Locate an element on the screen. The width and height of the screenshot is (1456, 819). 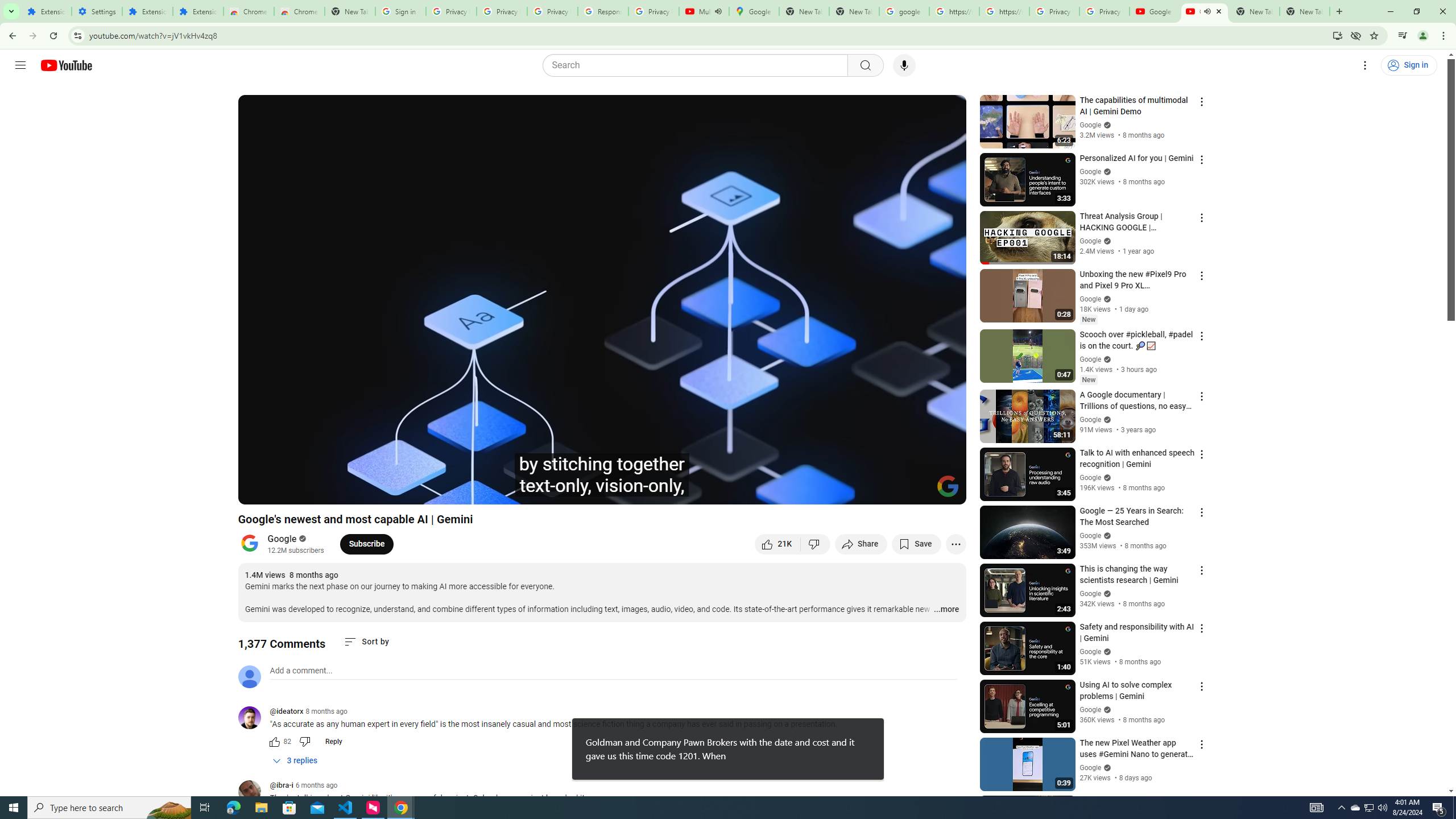
'Search with your voice' is located at coordinates (904, 65).